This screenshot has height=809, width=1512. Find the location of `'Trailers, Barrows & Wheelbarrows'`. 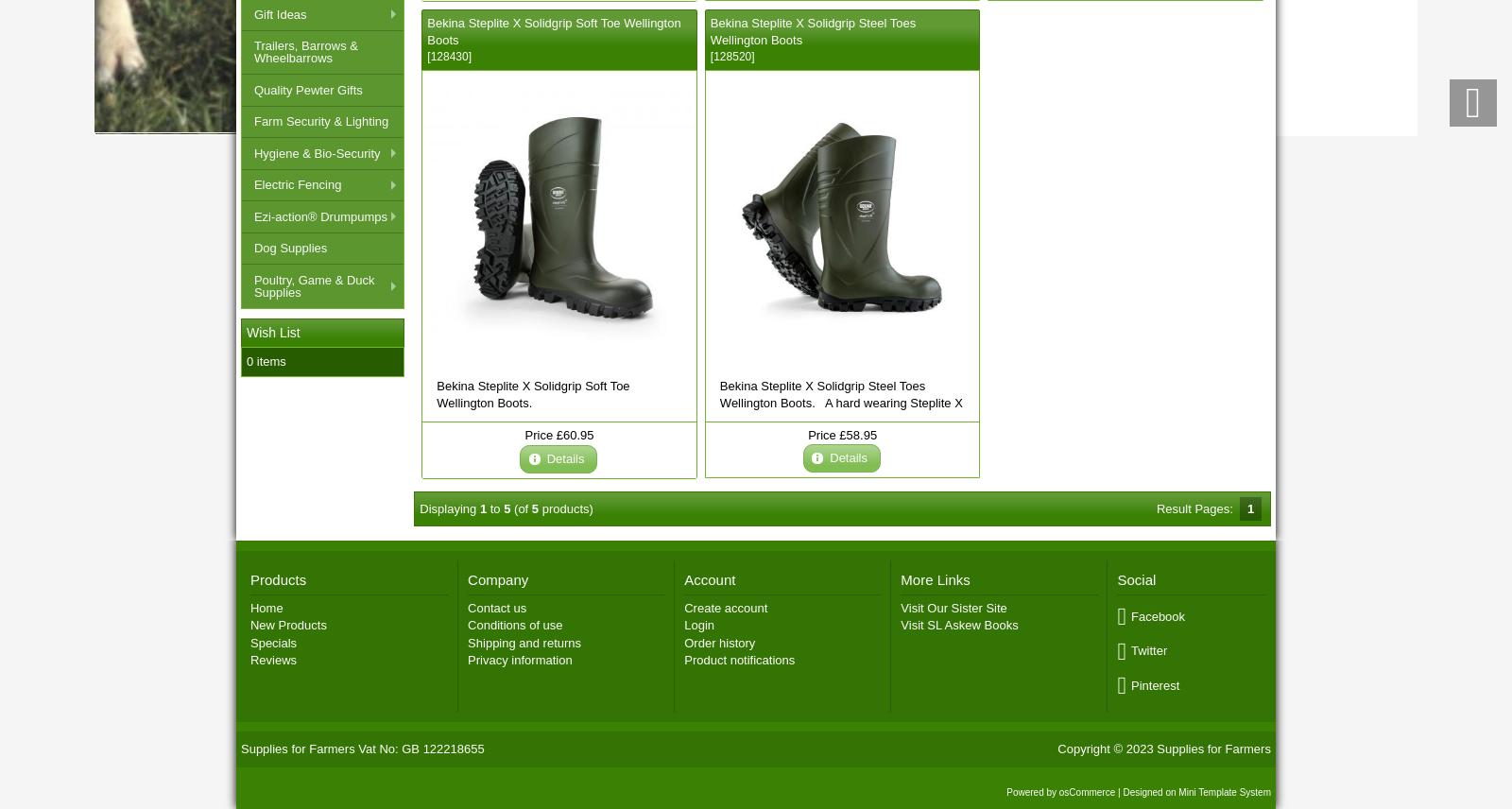

'Trailers, Barrows & Wheelbarrows' is located at coordinates (305, 51).